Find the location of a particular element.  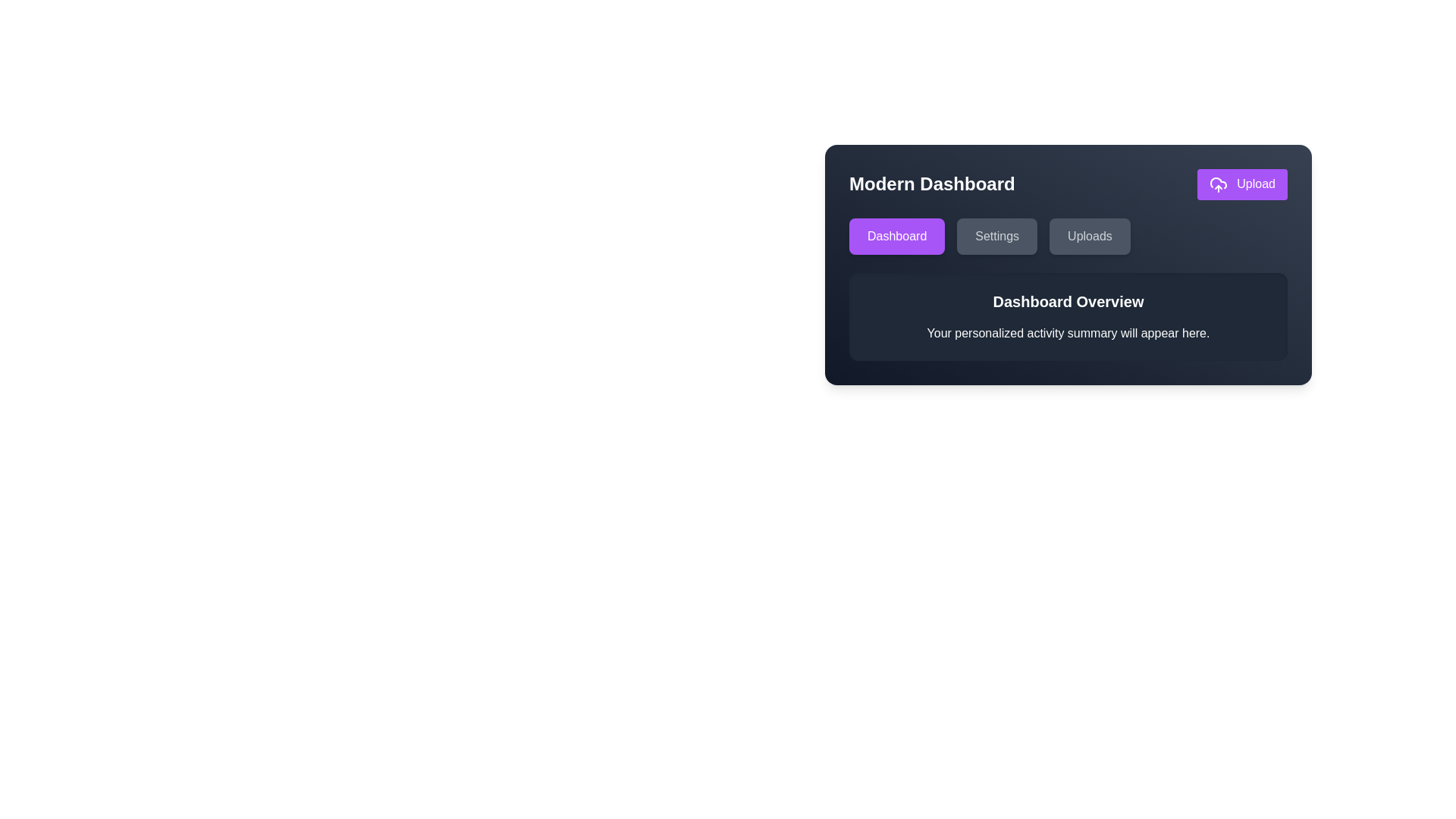

header text located within the card-like structure, which indicates the section of the application being viewed, positioned above the descriptive text about the user's activity summary is located at coordinates (1068, 301).